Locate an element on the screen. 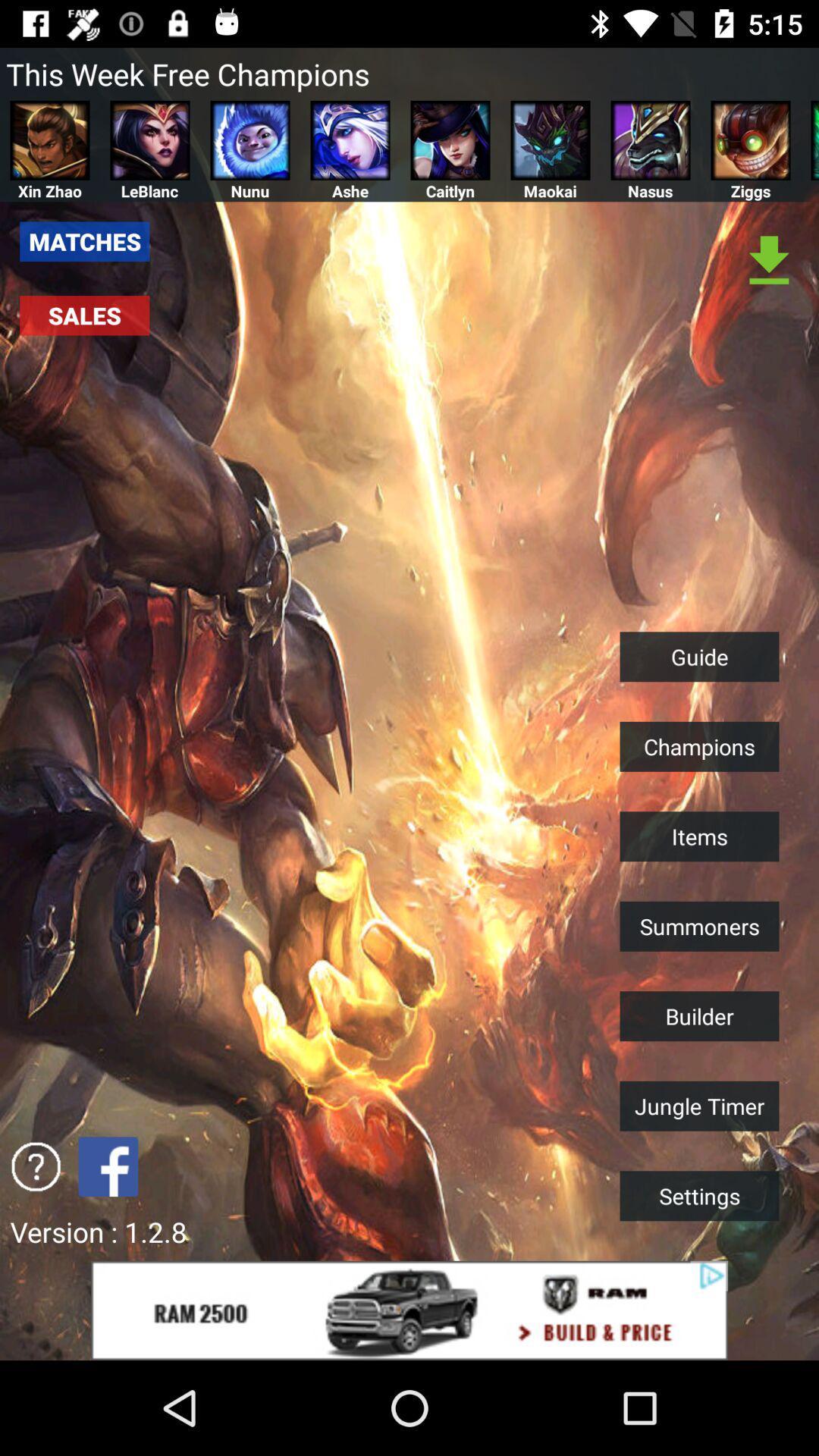  download content is located at coordinates (769, 262).